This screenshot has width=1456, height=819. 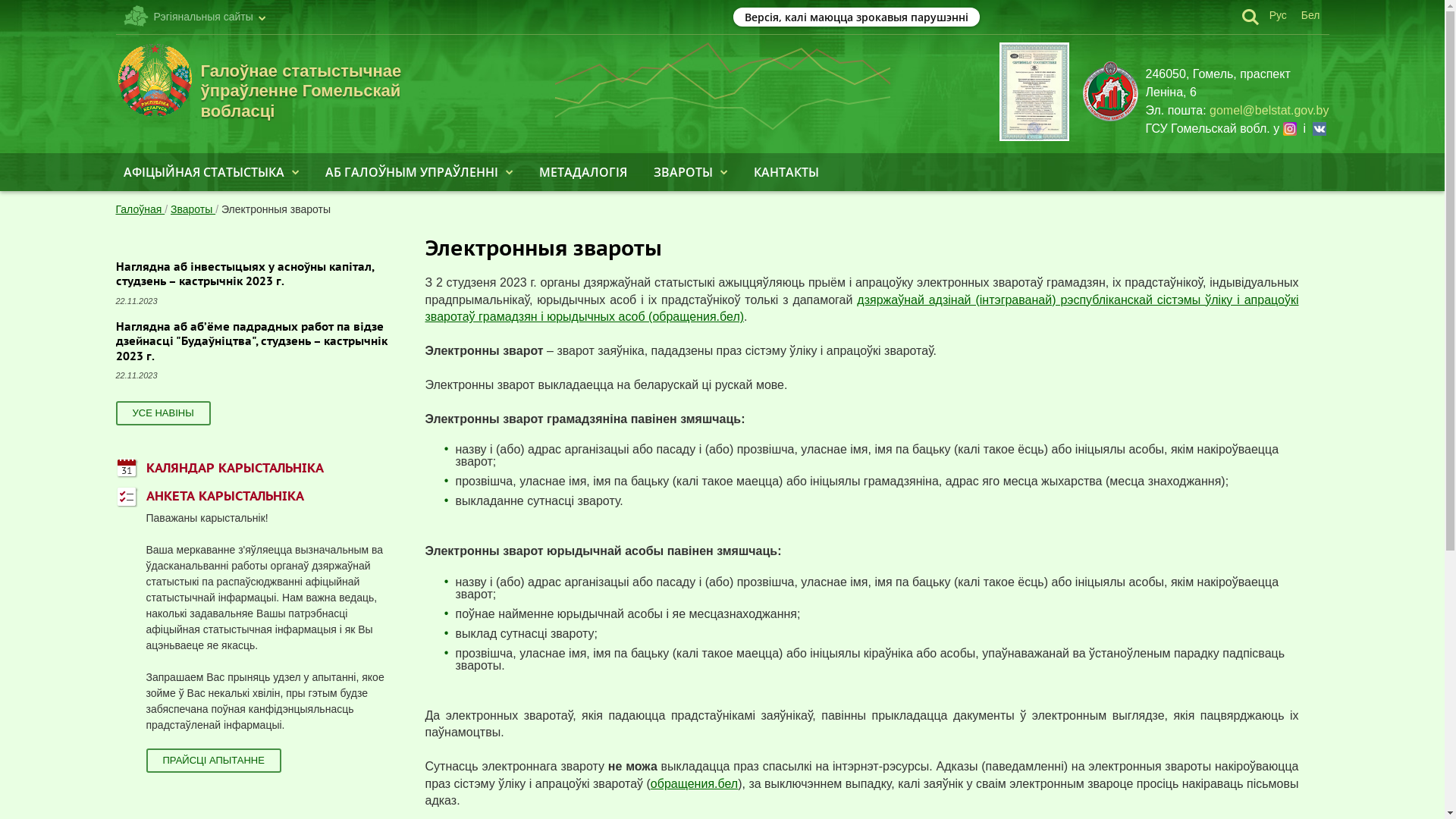 I want to click on 'gomel@belstat.gov.by', so click(x=1269, y=110).